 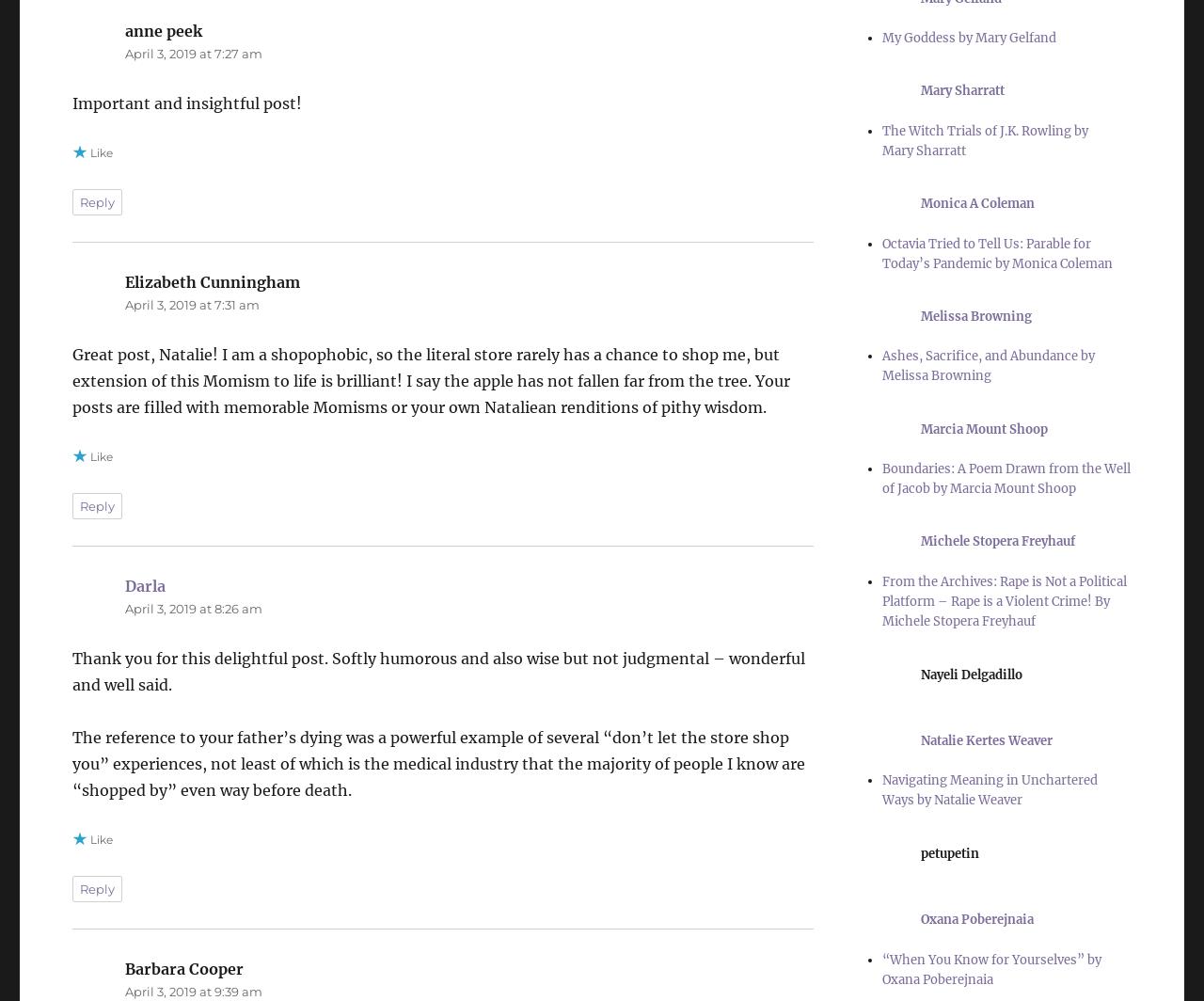 I want to click on 'From the Archives: Rape is Not a Political Platform – Rape is a Violent Crime! By Michele Stopera Freyhauf', so click(x=1003, y=600).